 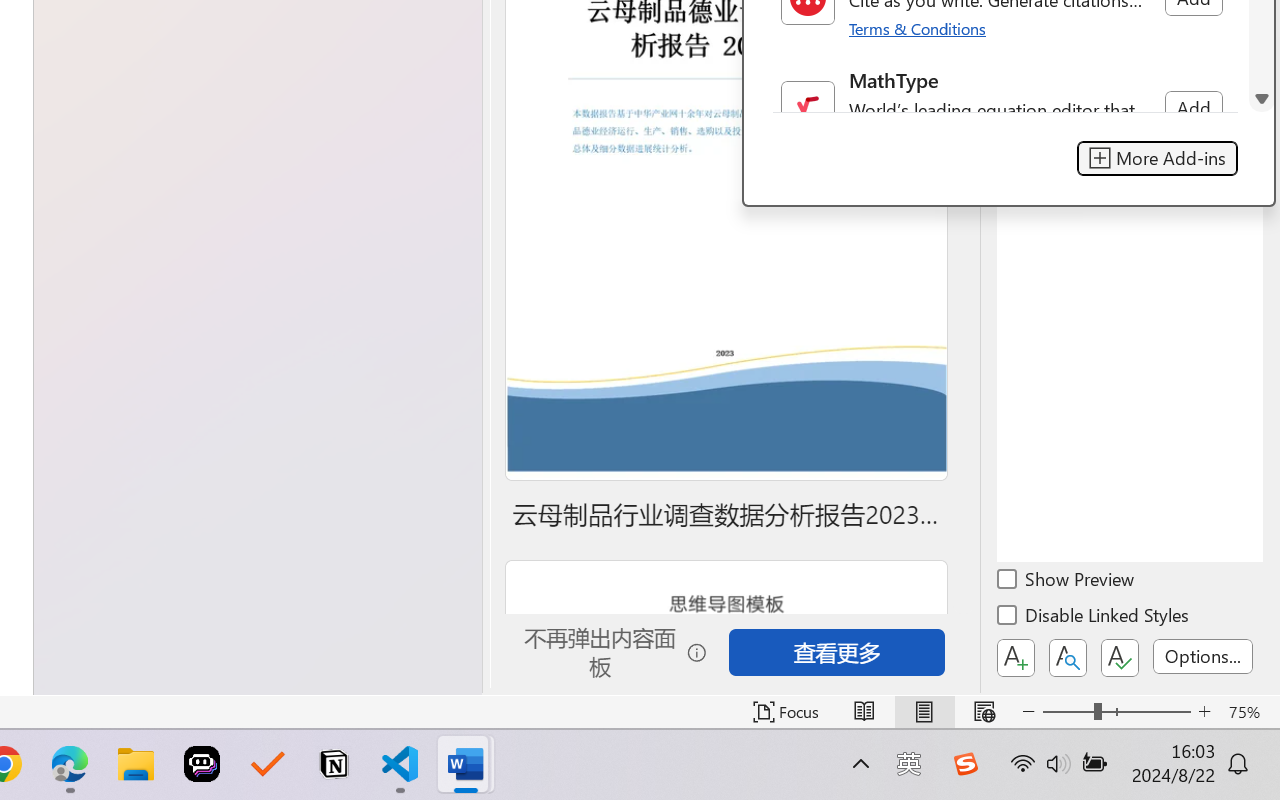 I want to click on 'Web Layout', so click(x=984, y=711).